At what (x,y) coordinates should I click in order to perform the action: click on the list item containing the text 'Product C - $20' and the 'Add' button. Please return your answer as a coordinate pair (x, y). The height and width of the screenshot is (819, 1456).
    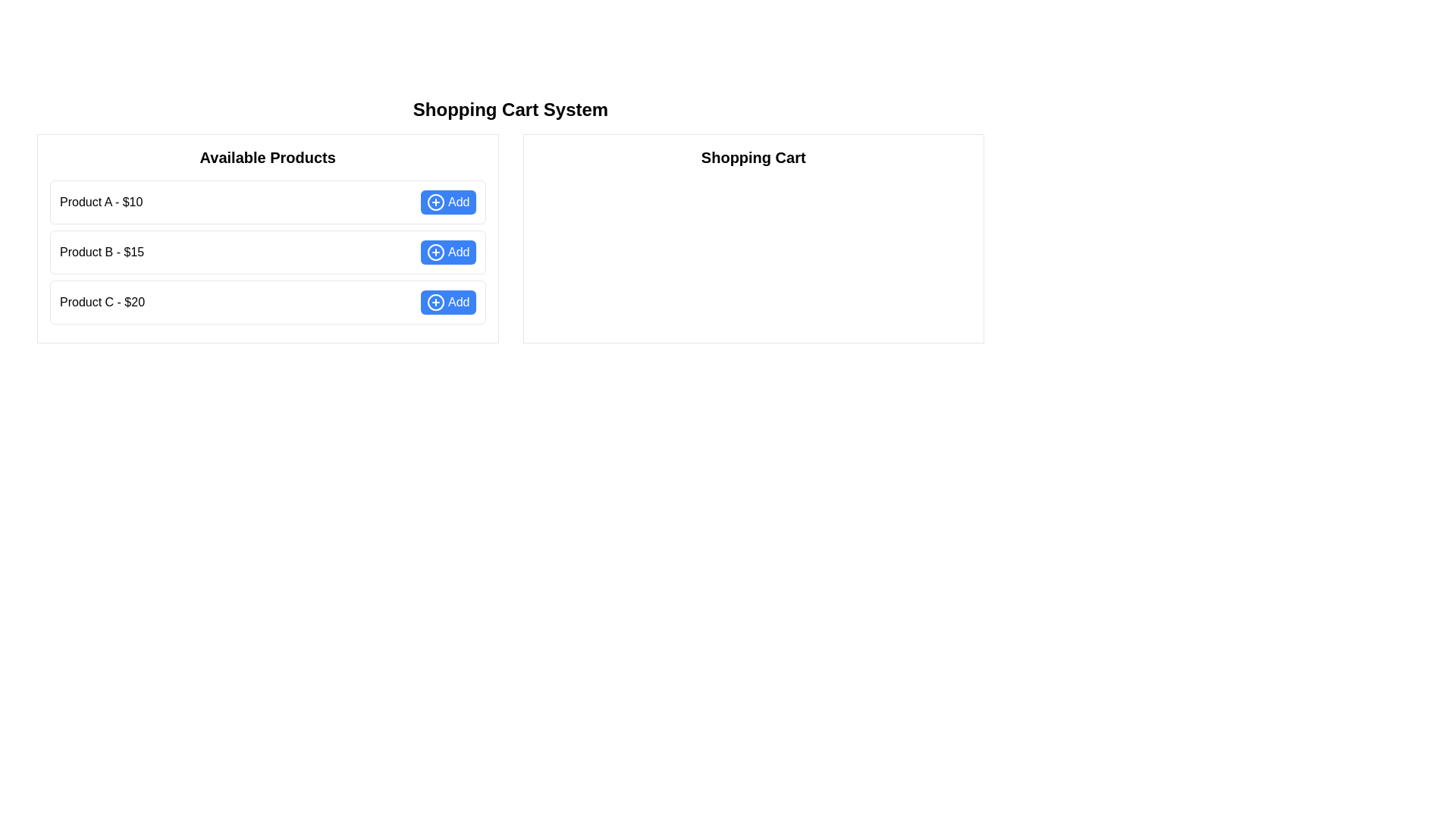
    Looking at the image, I should click on (268, 302).